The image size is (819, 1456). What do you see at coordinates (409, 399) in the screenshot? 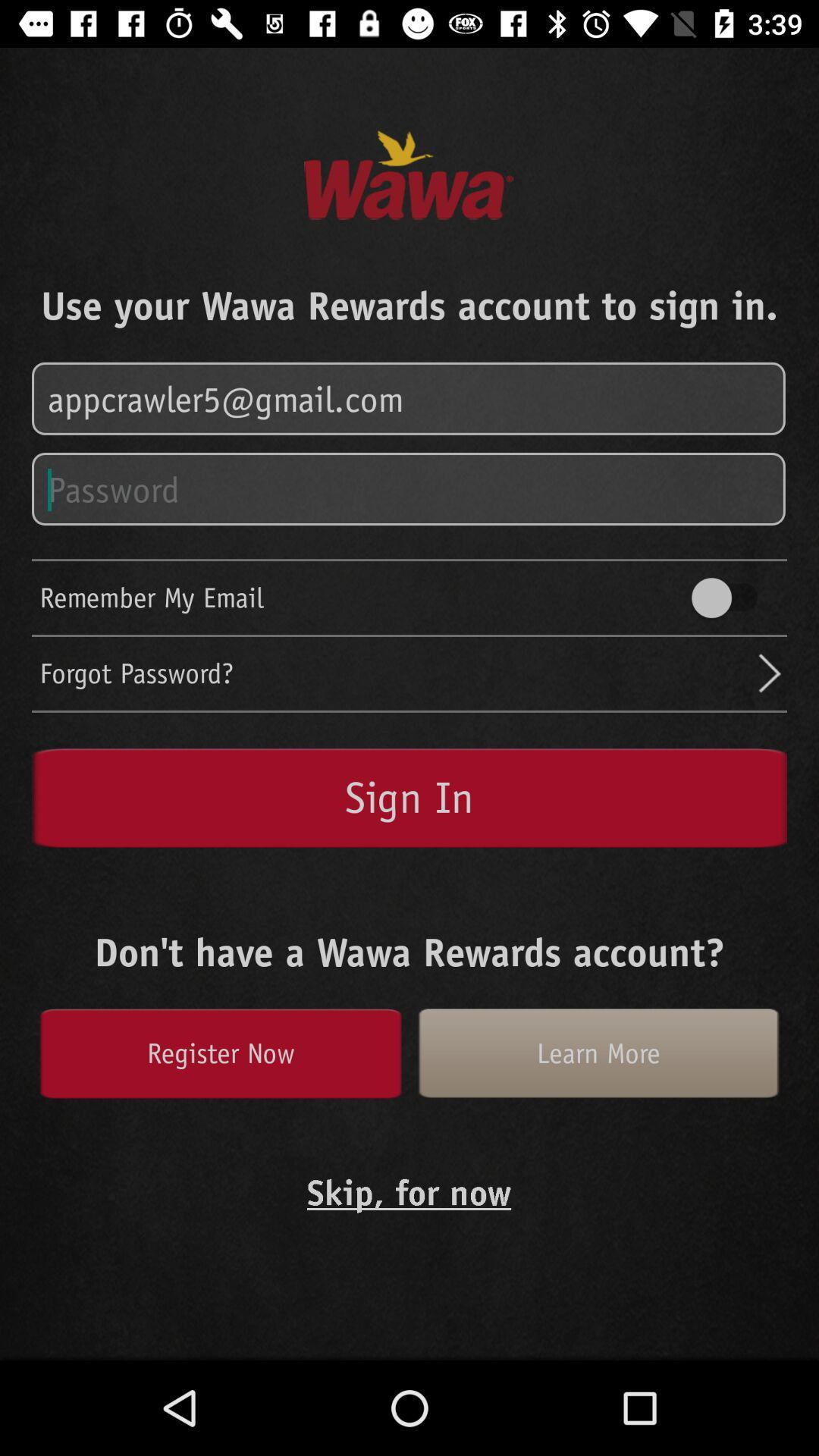
I see `the icon below use your wawa` at bounding box center [409, 399].